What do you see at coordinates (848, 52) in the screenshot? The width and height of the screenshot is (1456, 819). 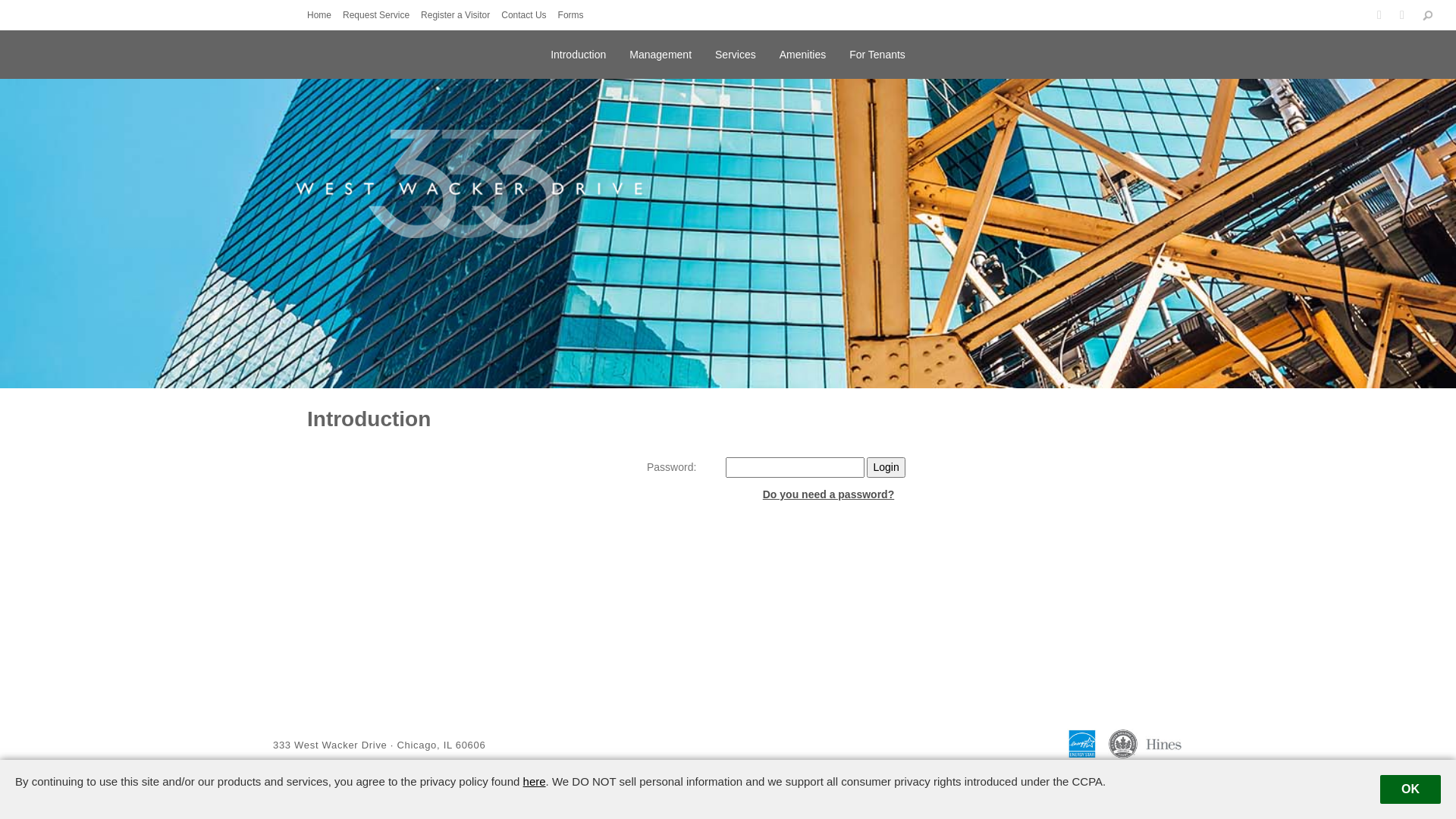 I see `'For Tenants'` at bounding box center [848, 52].